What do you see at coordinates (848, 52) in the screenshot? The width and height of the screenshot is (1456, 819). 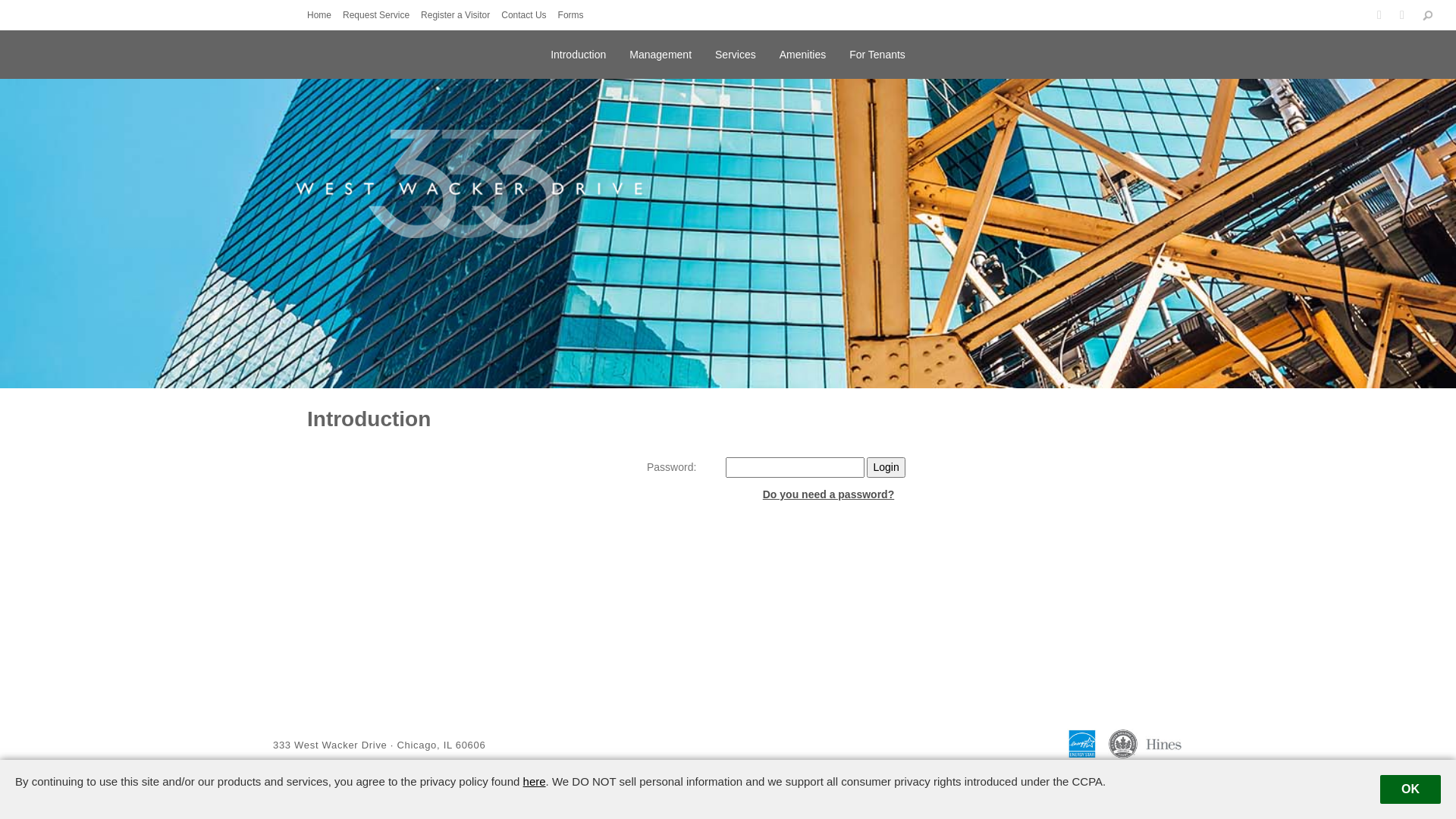 I see `'For Tenants'` at bounding box center [848, 52].